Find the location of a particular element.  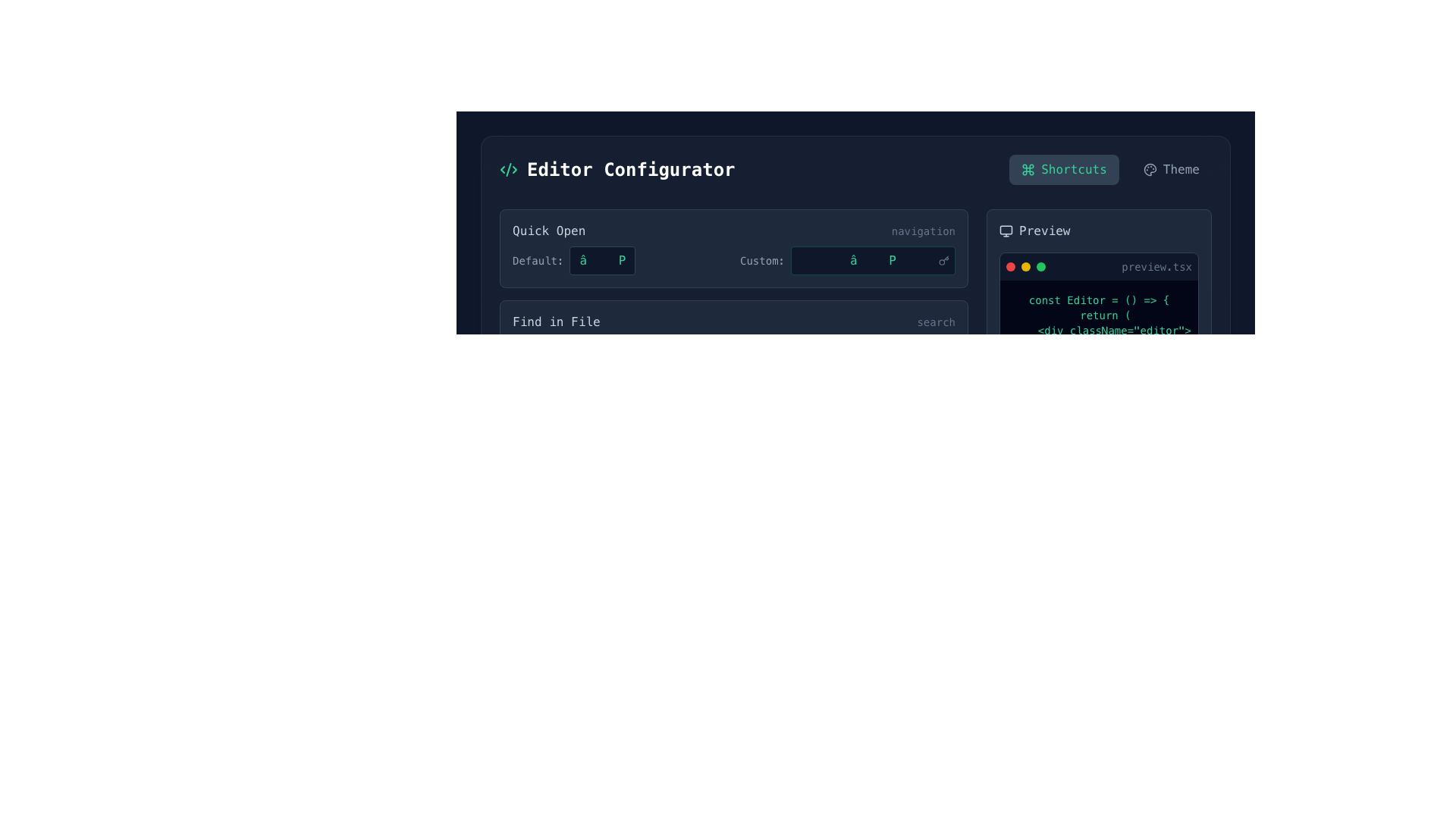

the second button in the upper-right corner of the interface, which is located immediately to the right of the green 'Shortcuts' button is located at coordinates (1170, 169).